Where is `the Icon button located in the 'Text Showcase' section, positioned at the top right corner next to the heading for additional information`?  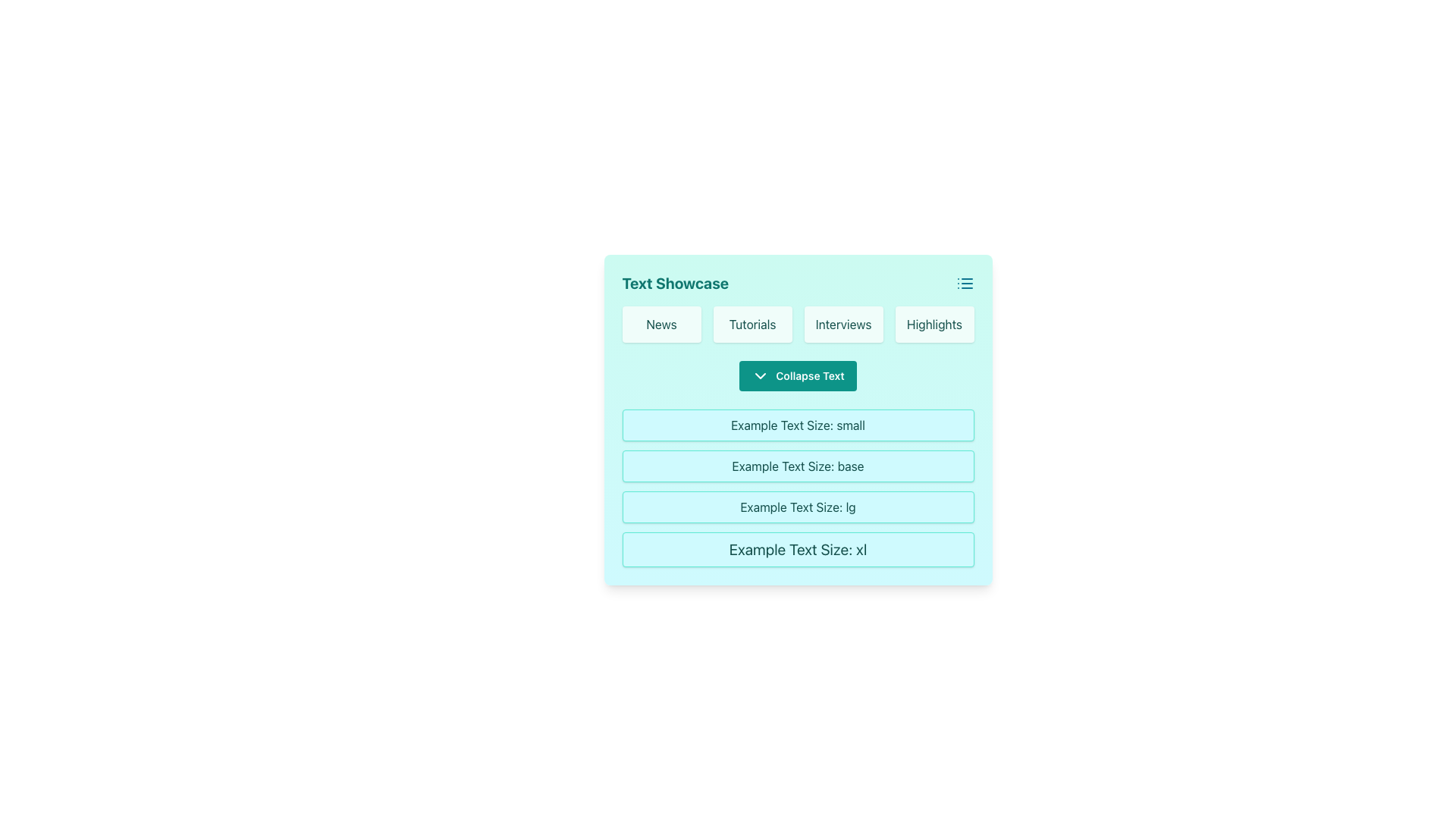
the Icon button located in the 'Text Showcase' section, positioned at the top right corner next to the heading for additional information is located at coordinates (964, 284).